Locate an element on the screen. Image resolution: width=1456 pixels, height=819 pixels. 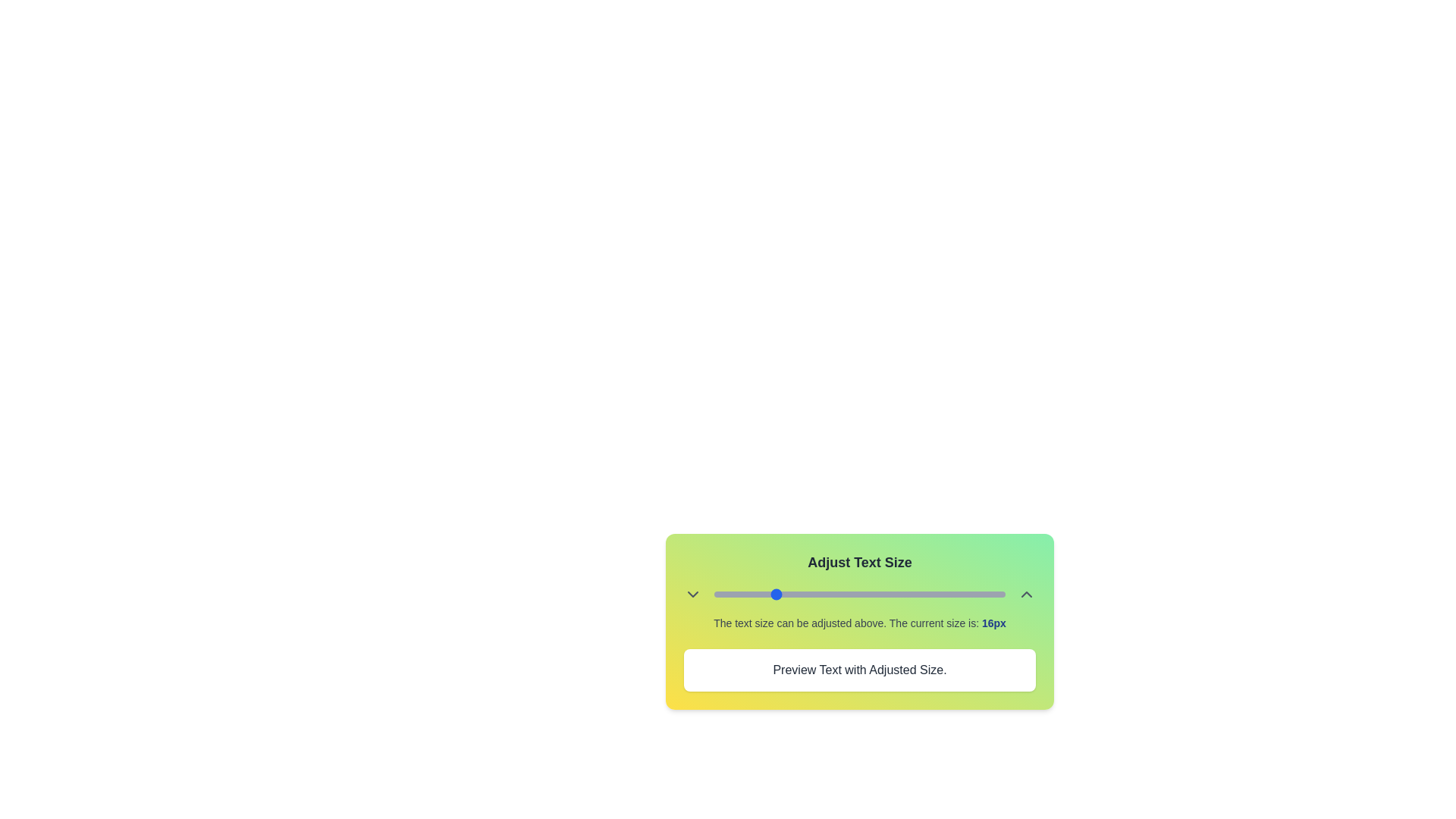
the text size to 37px using the slider is located at coordinates (924, 593).